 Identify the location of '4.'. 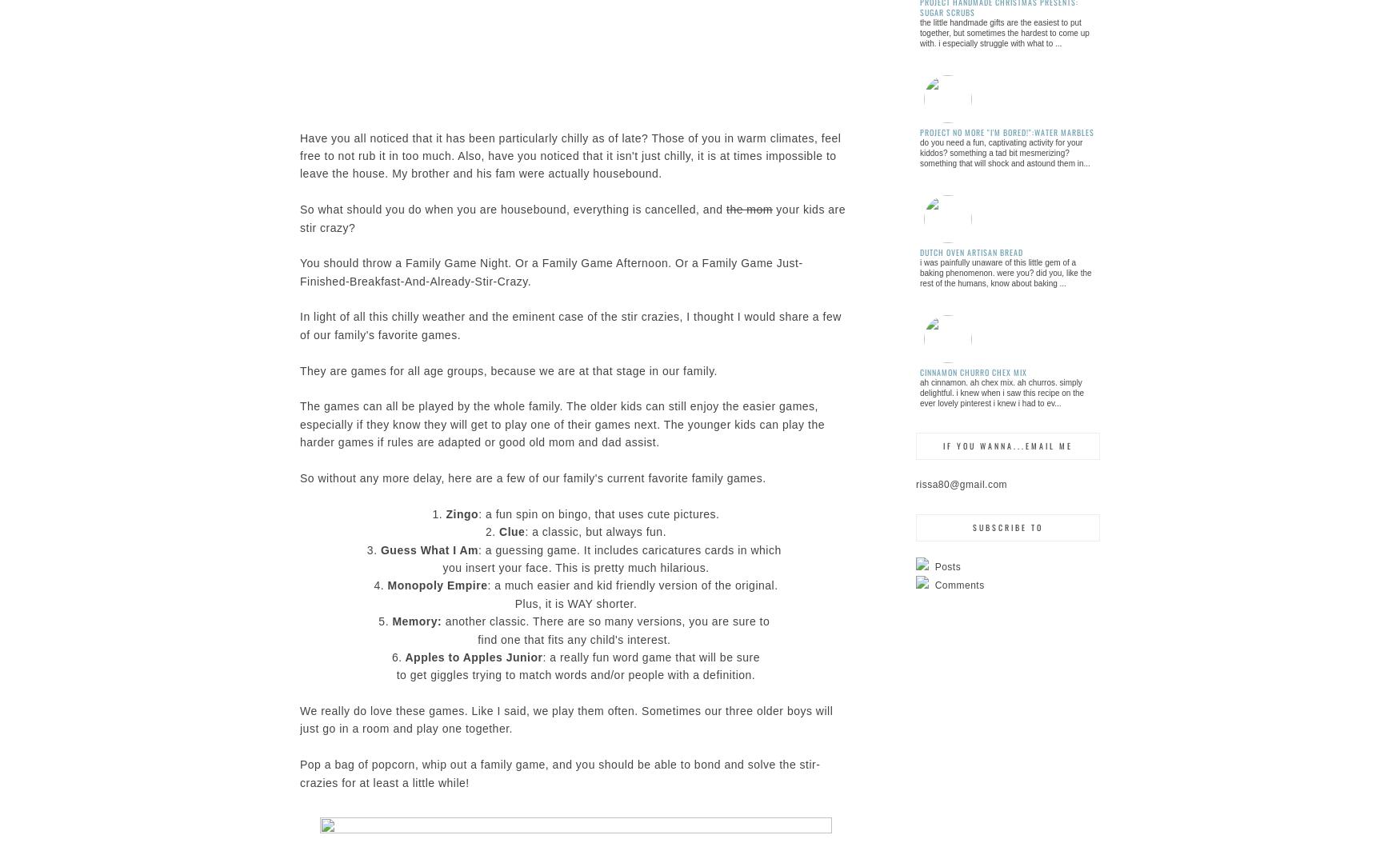
(380, 584).